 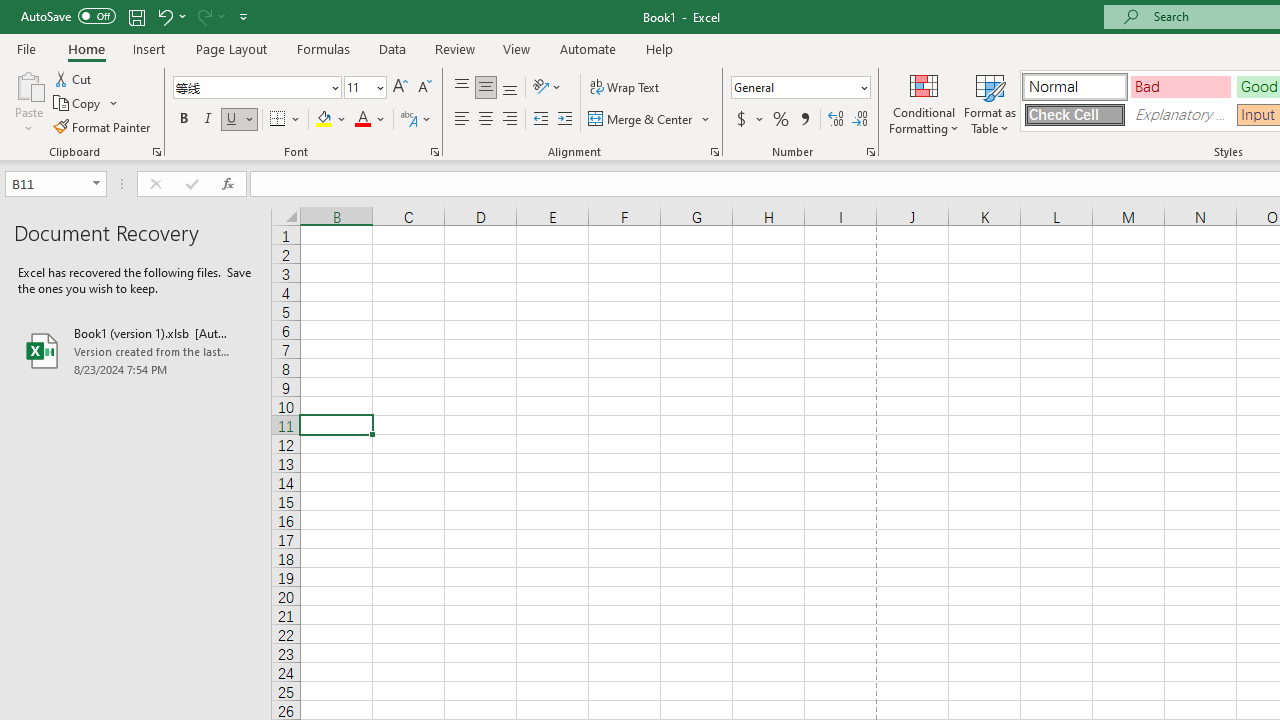 What do you see at coordinates (365, 86) in the screenshot?
I see `'Font Size'` at bounding box center [365, 86].